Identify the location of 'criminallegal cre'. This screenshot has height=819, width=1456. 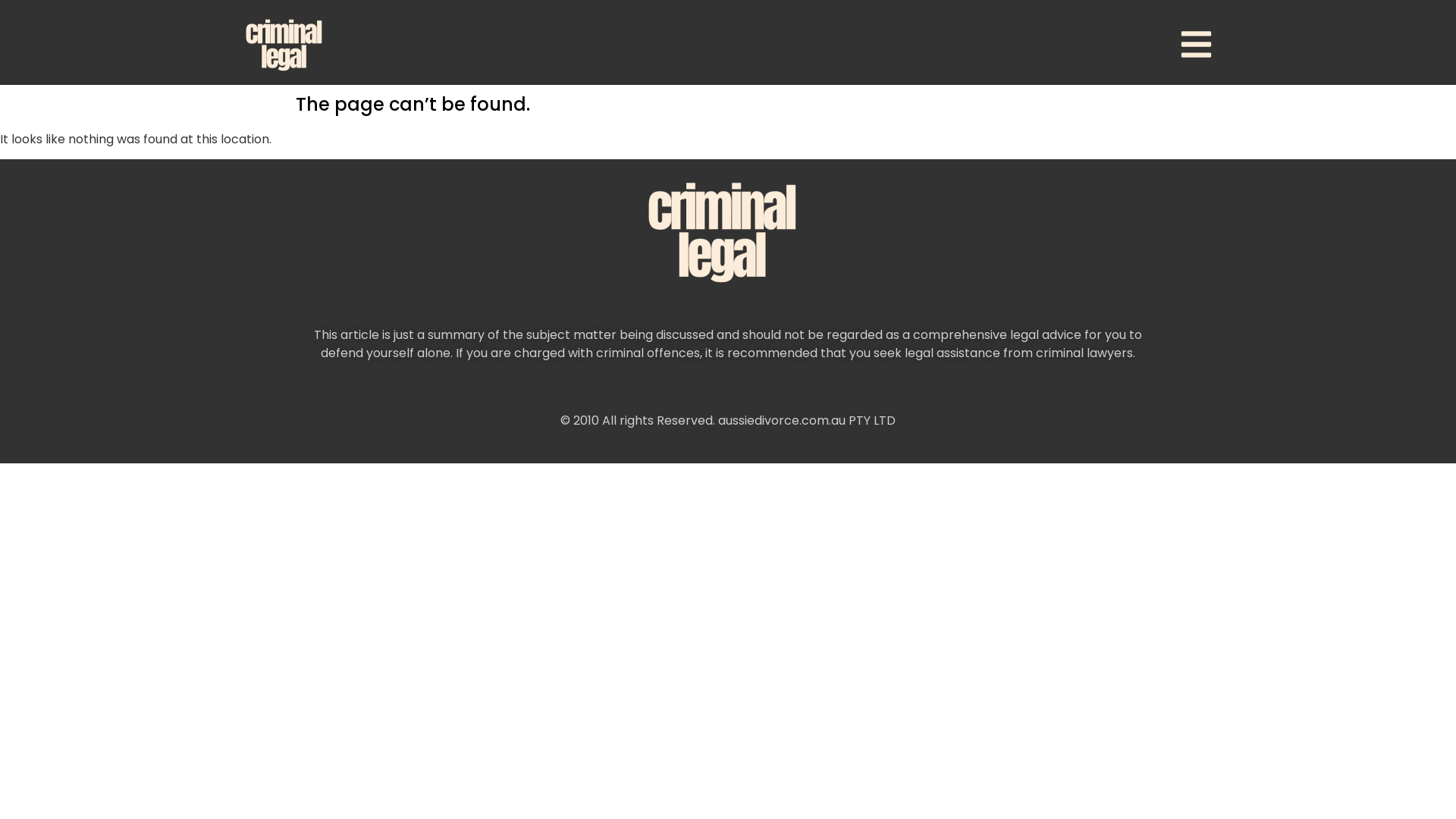
(287, 43).